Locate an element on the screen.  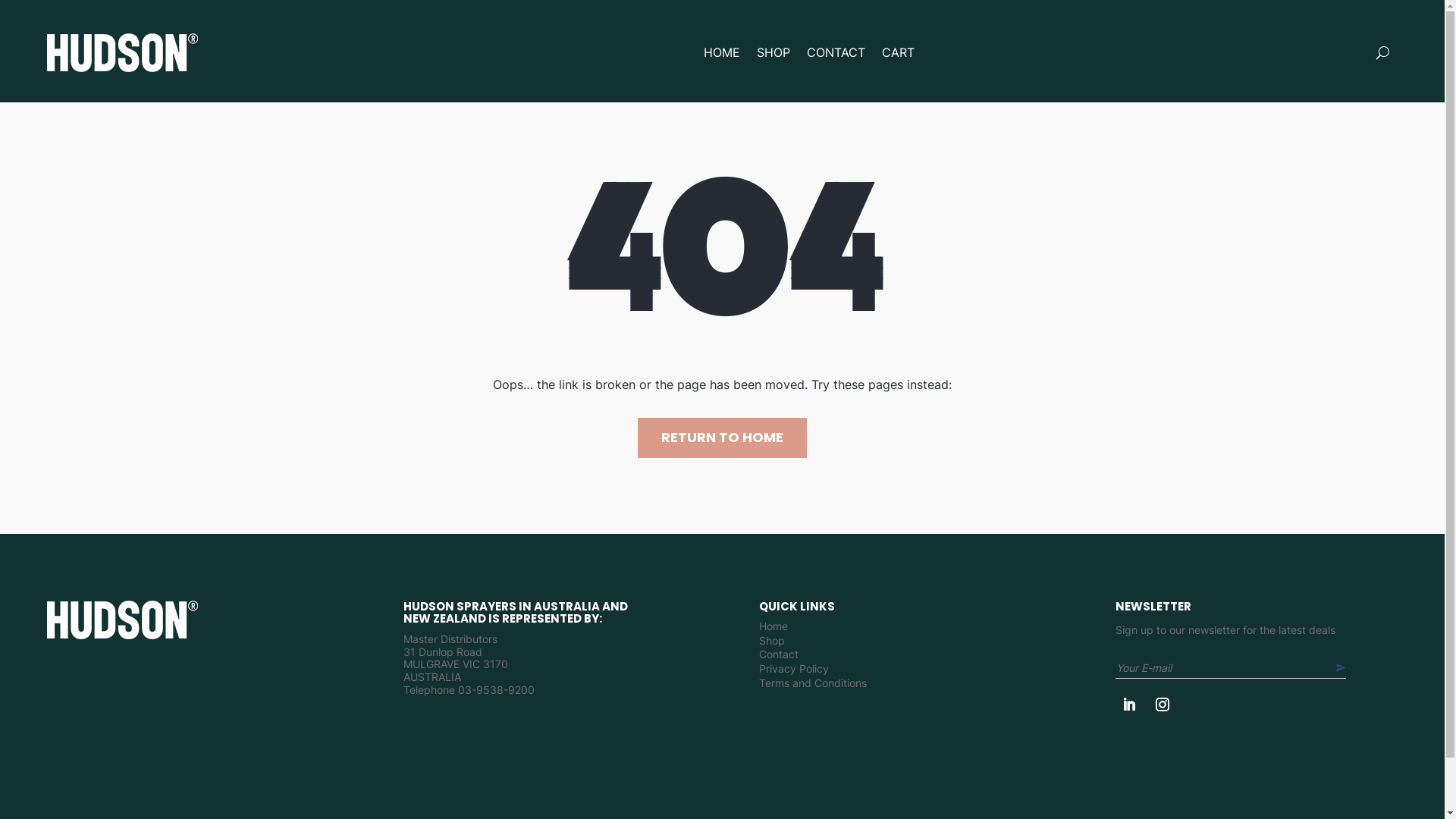
'SUBMIT' is located at coordinates (1335, 667).